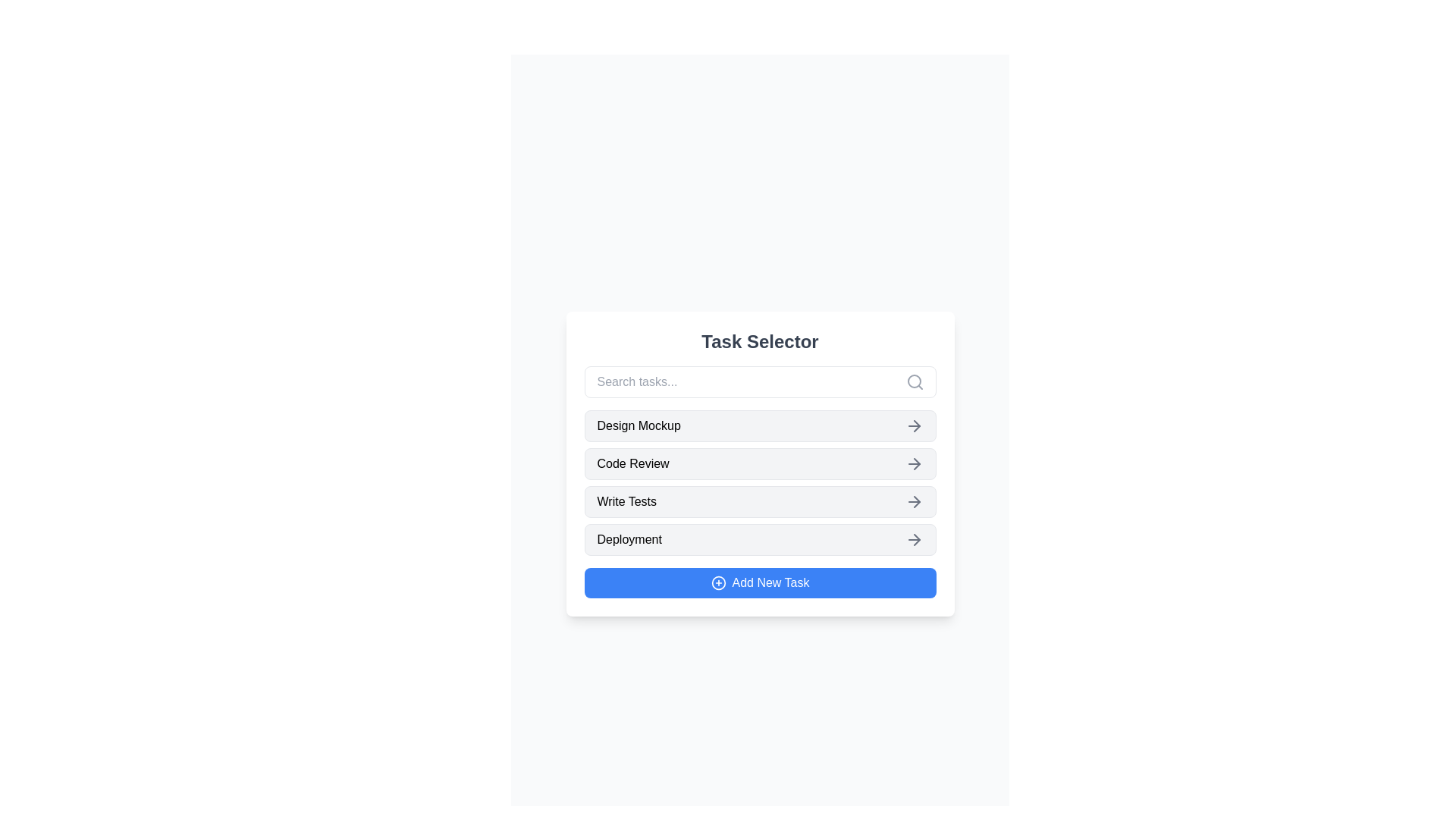 Image resolution: width=1456 pixels, height=819 pixels. What do you see at coordinates (770, 582) in the screenshot?
I see `the text label within the blue button at the bottom center of the user interface` at bounding box center [770, 582].